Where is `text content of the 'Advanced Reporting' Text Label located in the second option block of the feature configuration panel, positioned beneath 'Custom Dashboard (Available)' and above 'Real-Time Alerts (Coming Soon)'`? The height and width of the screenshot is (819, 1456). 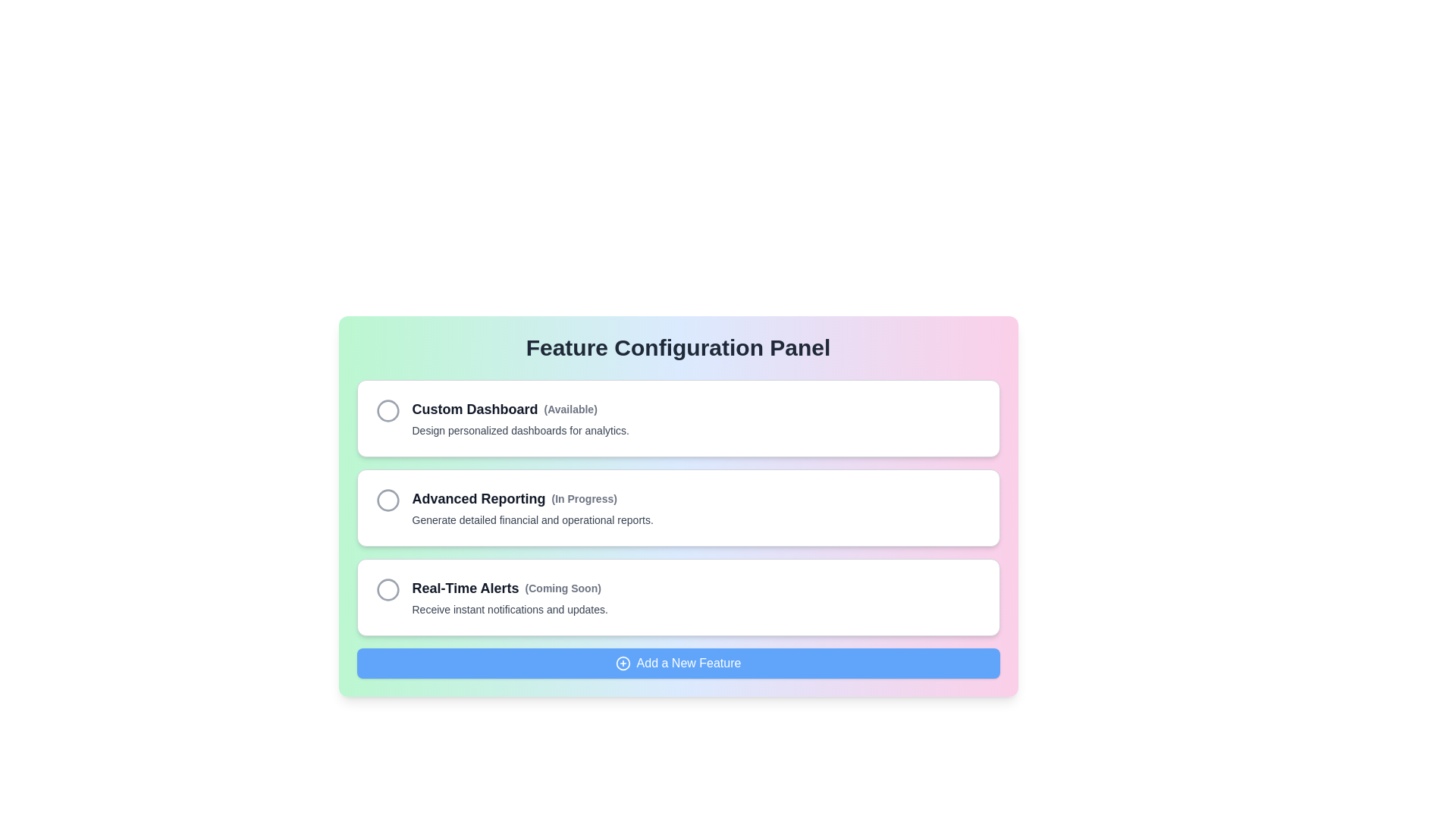 text content of the 'Advanced Reporting' Text Label located in the second option block of the feature configuration panel, positioned beneath 'Custom Dashboard (Available)' and above 'Real-Time Alerts (Coming Soon)' is located at coordinates (532, 499).